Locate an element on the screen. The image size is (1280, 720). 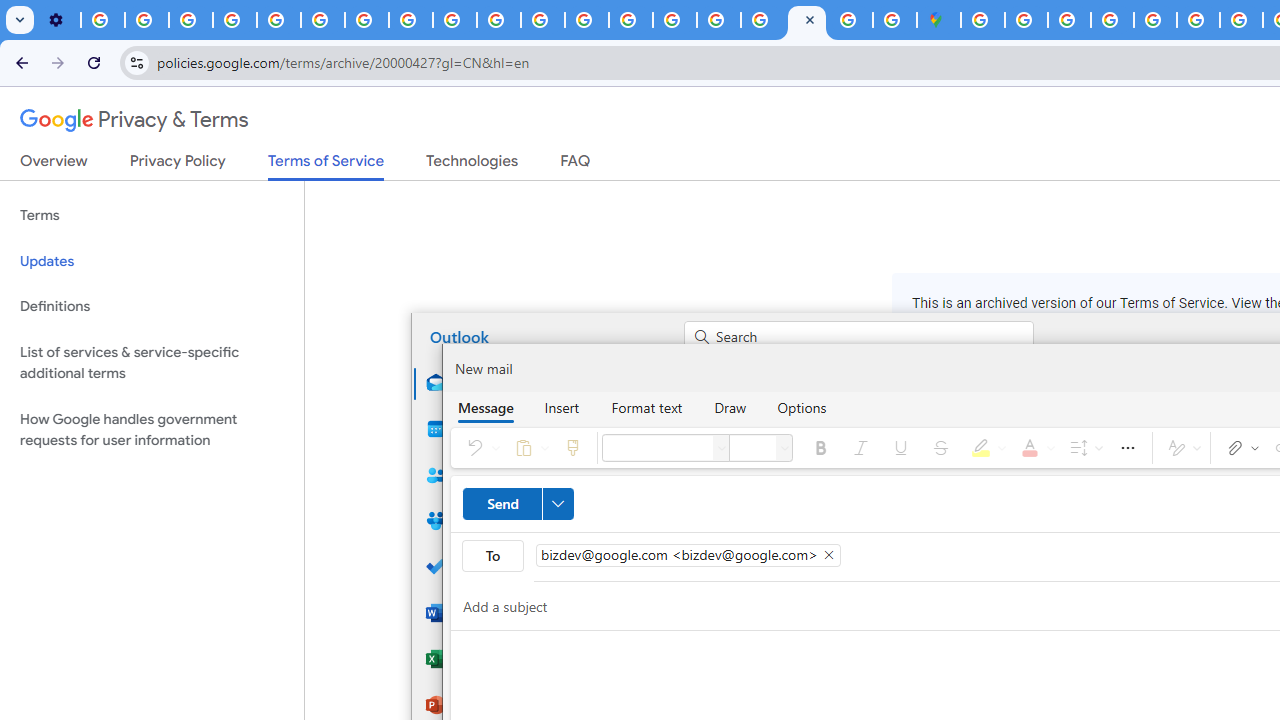
'Undo' is located at coordinates (478, 446).